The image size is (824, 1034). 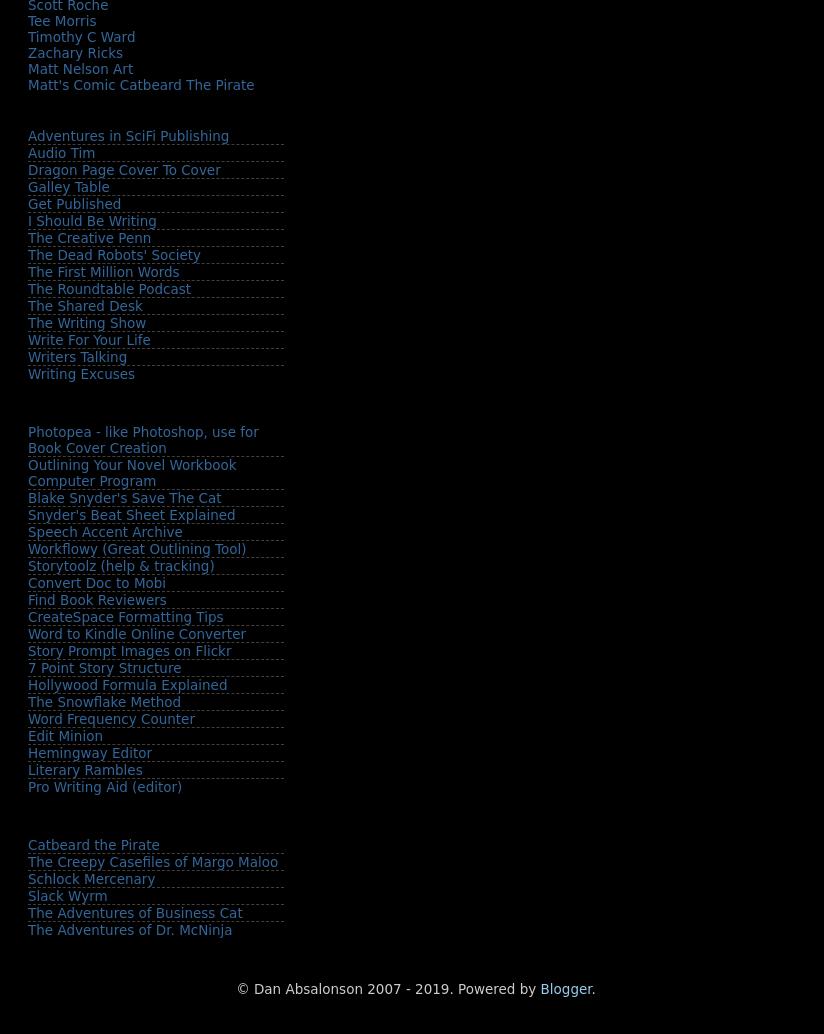 I want to click on '7 Point Story Structure', so click(x=104, y=667).